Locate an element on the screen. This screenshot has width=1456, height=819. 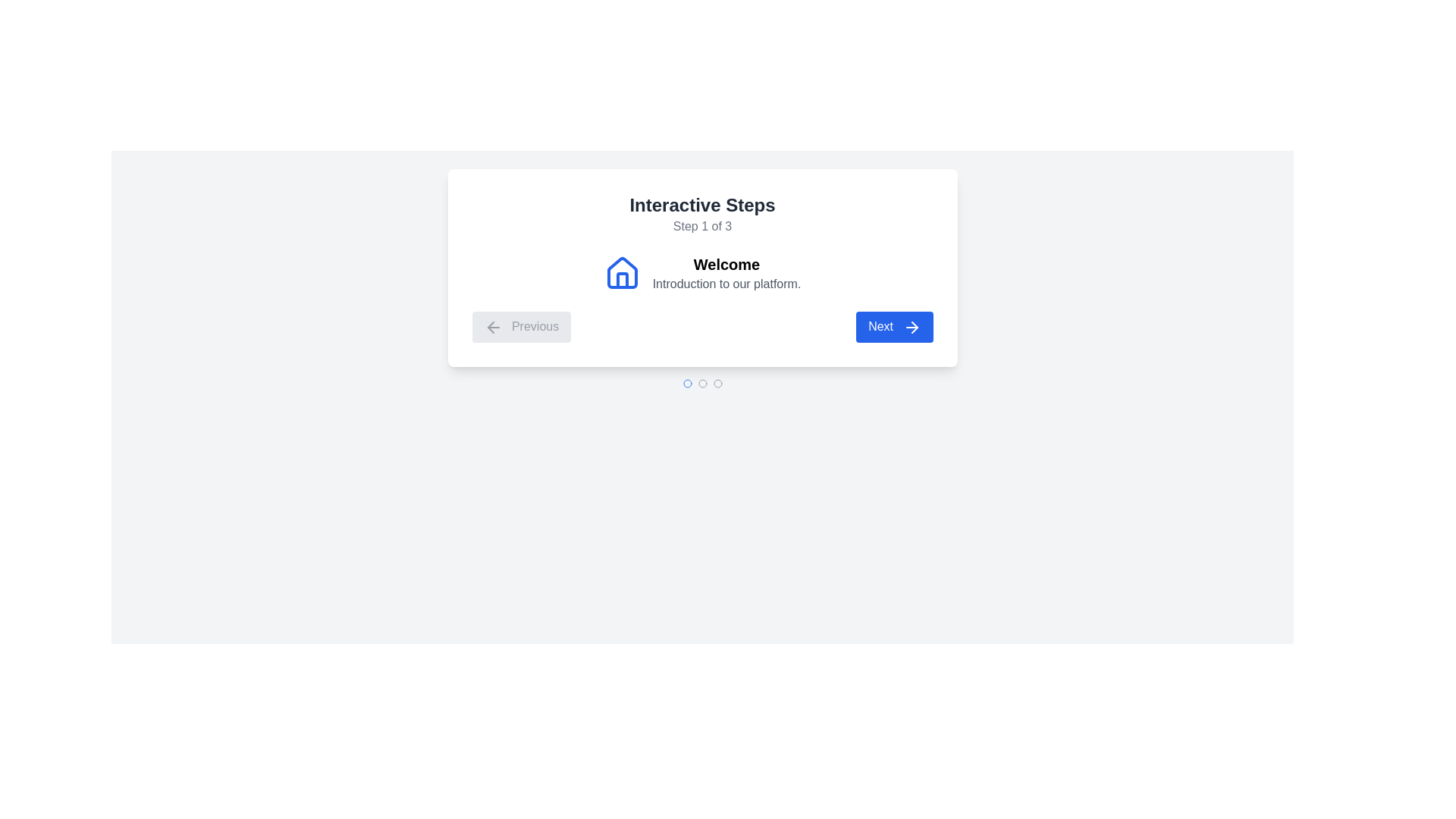
the Text label that indicates the current step in the multi-step process, positioned below the 'Interactive Steps' header is located at coordinates (701, 227).